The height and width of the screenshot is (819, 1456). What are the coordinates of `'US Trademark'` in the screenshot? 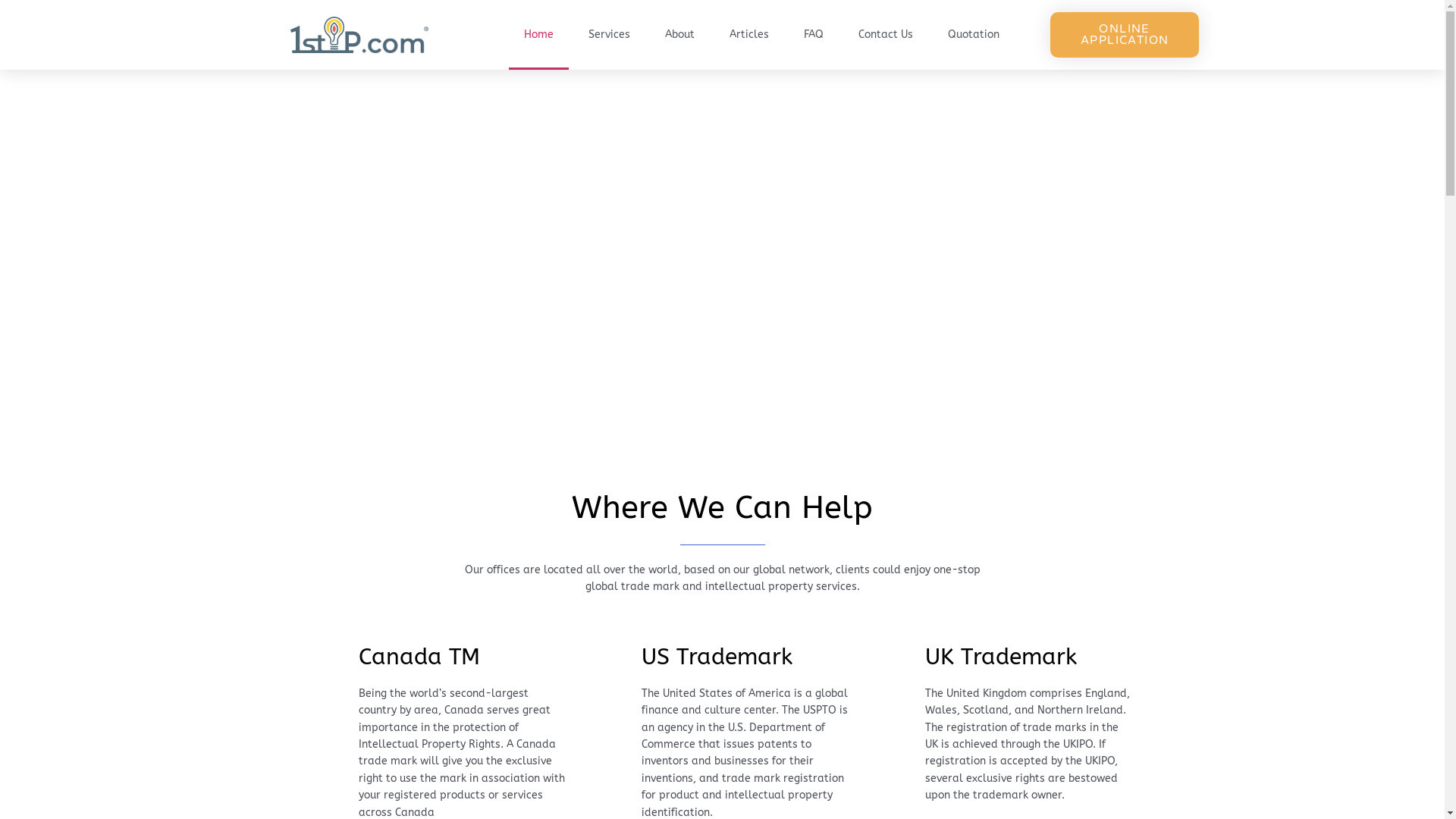 It's located at (716, 656).